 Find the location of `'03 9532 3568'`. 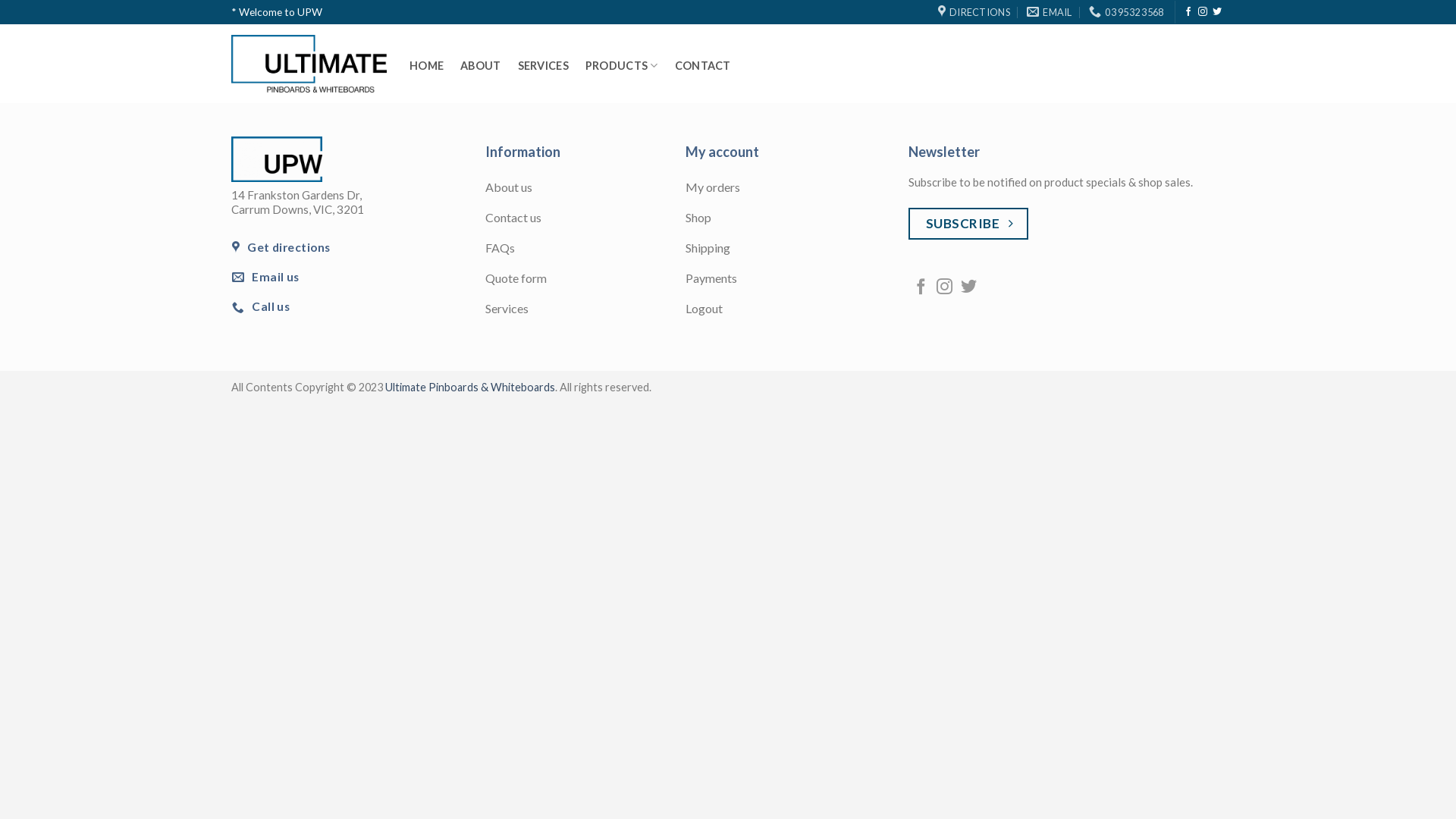

'03 9532 3568' is located at coordinates (1125, 11).